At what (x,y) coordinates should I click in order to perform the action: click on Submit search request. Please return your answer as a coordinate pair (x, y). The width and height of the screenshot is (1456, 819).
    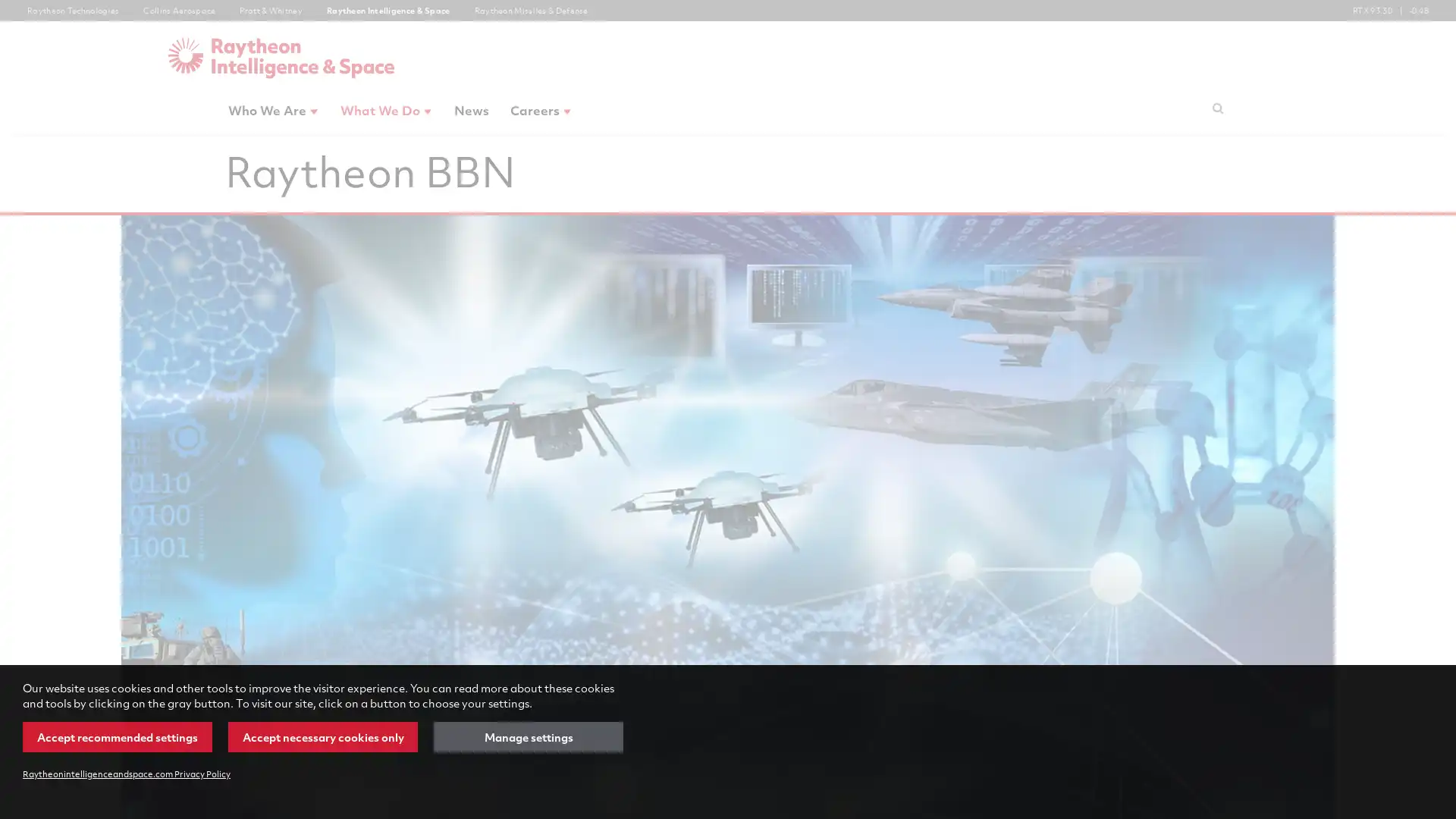
    Looking at the image, I should click on (1218, 107).